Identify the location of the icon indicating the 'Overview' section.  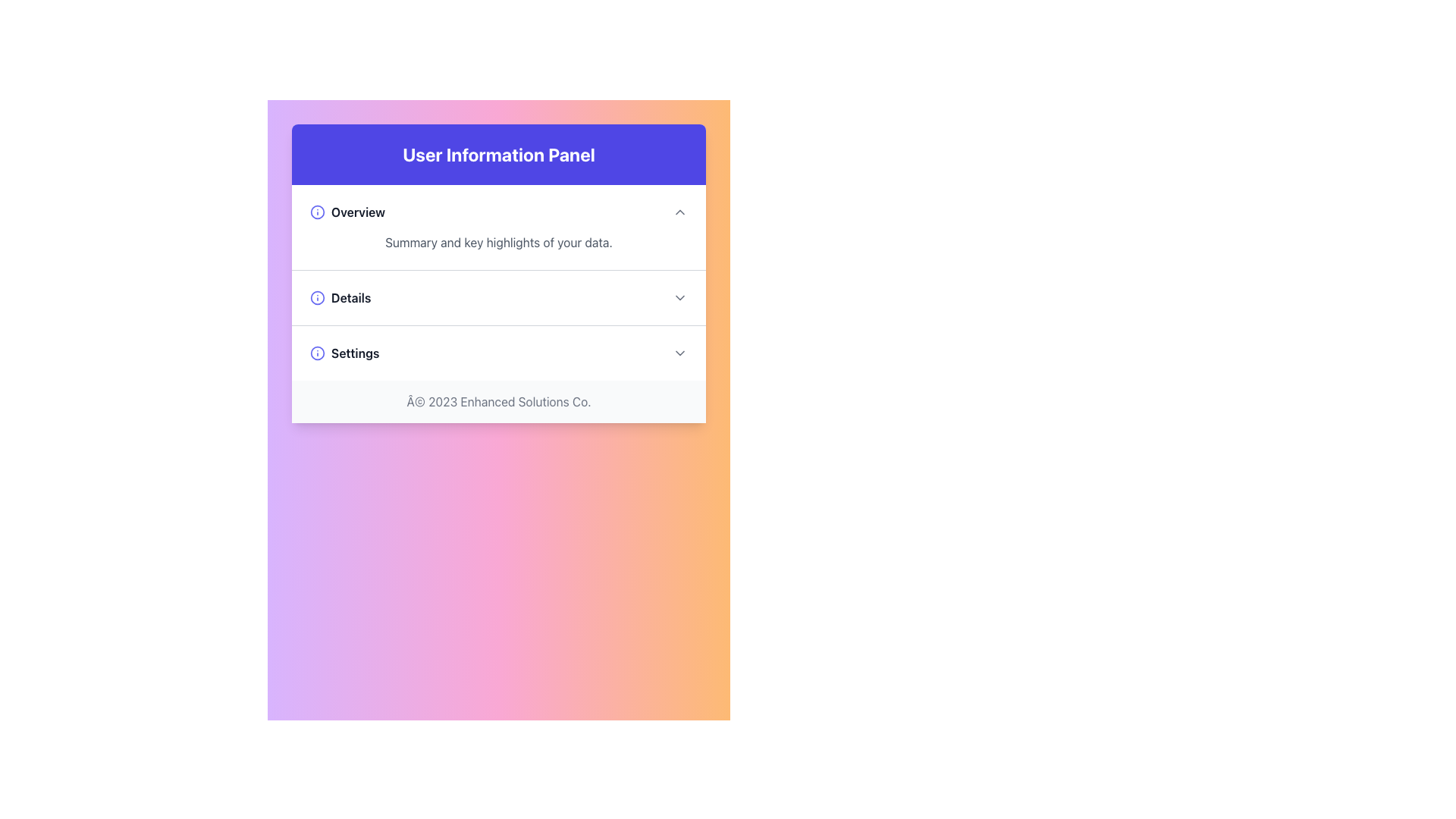
(679, 212).